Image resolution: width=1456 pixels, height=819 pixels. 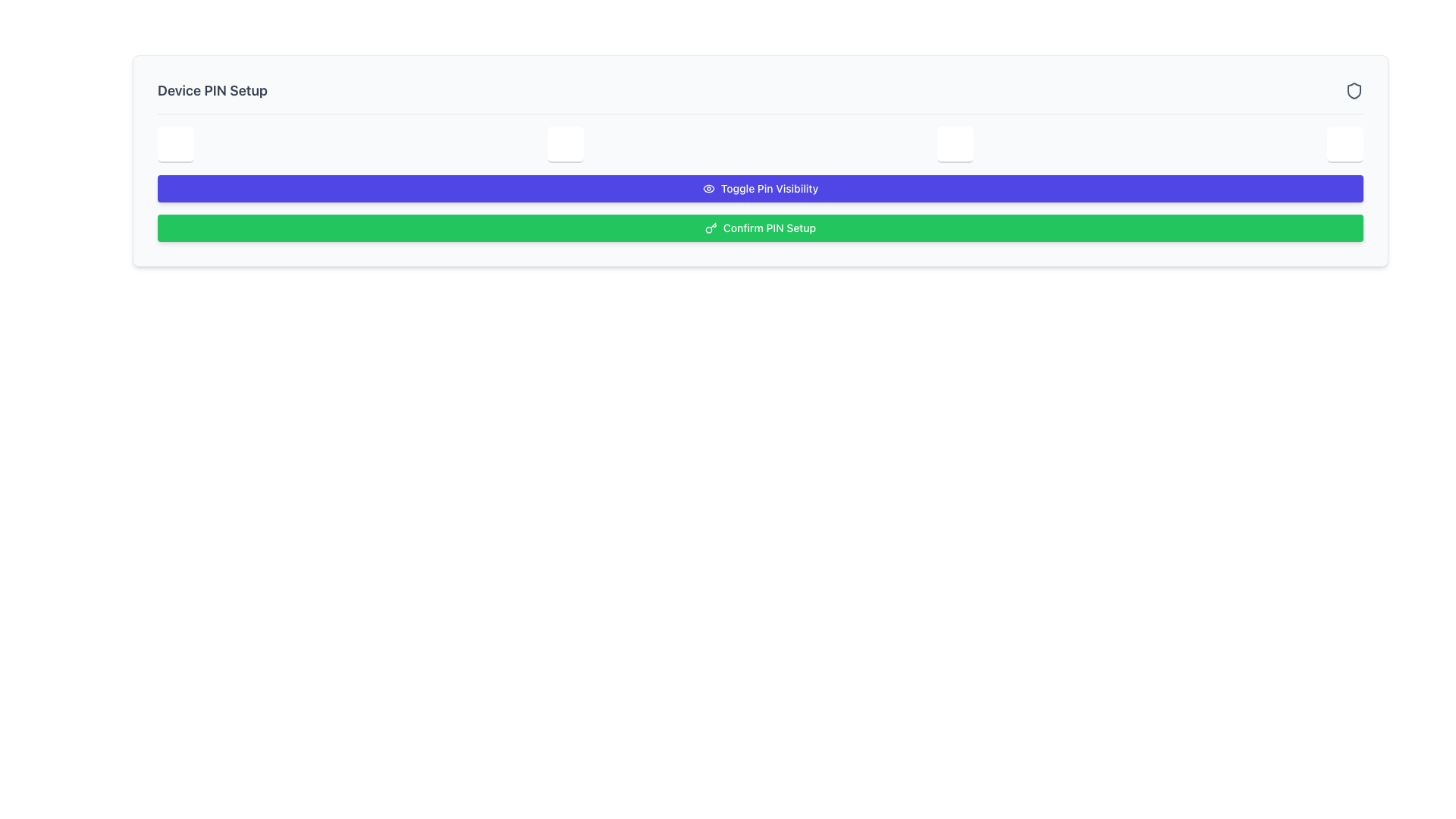 I want to click on the icon representing 'Toggle Pin Visibility' located to the left of the button's text, so click(x=708, y=188).